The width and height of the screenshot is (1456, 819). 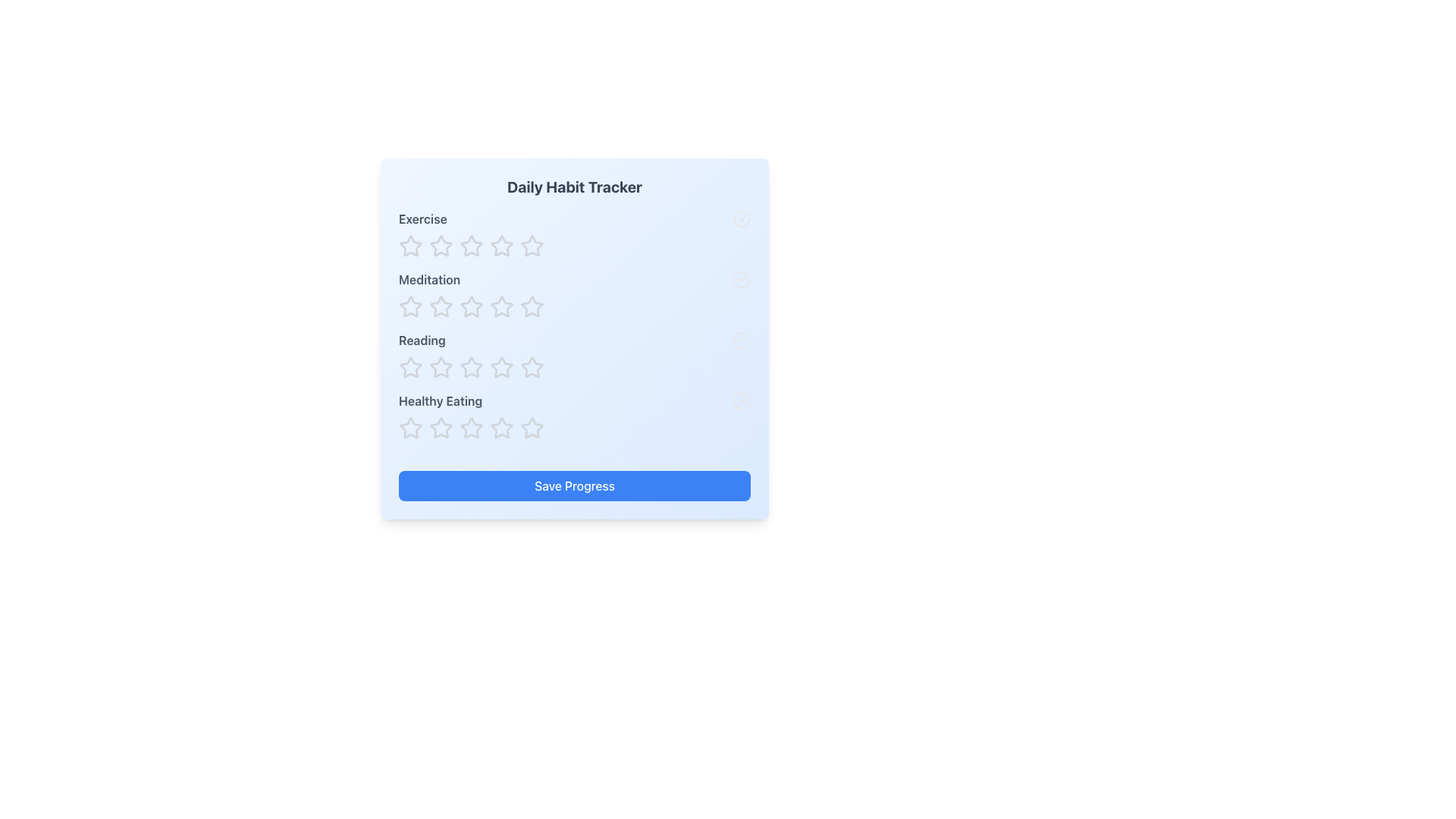 I want to click on the bold gray text label 'Reading' located in the light blue panel 'Daily Habit Tracker', which is the leftmost item in a horizontal alignment of elements, so click(x=422, y=339).